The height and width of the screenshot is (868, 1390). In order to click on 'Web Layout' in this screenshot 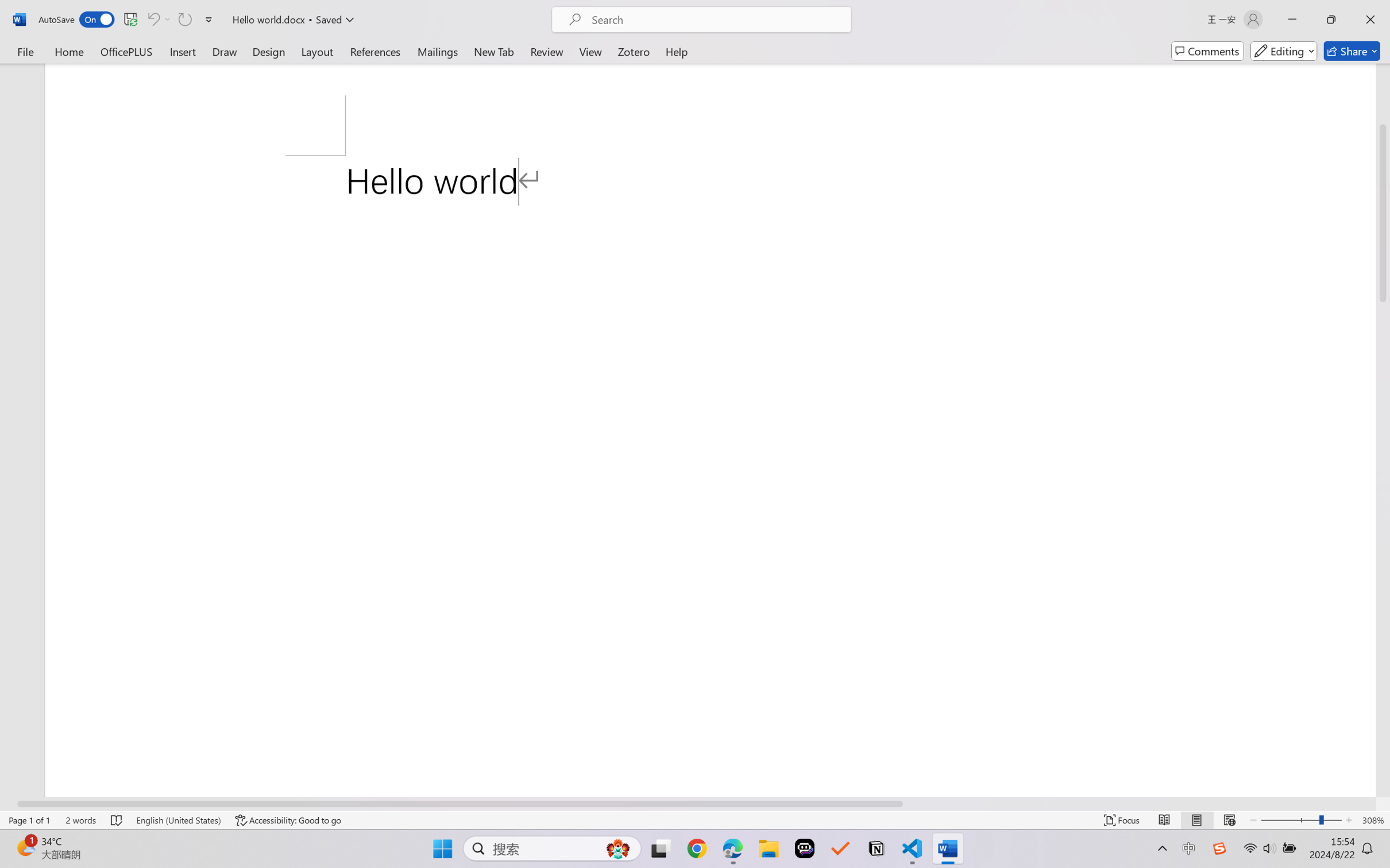, I will do `click(1229, 820)`.